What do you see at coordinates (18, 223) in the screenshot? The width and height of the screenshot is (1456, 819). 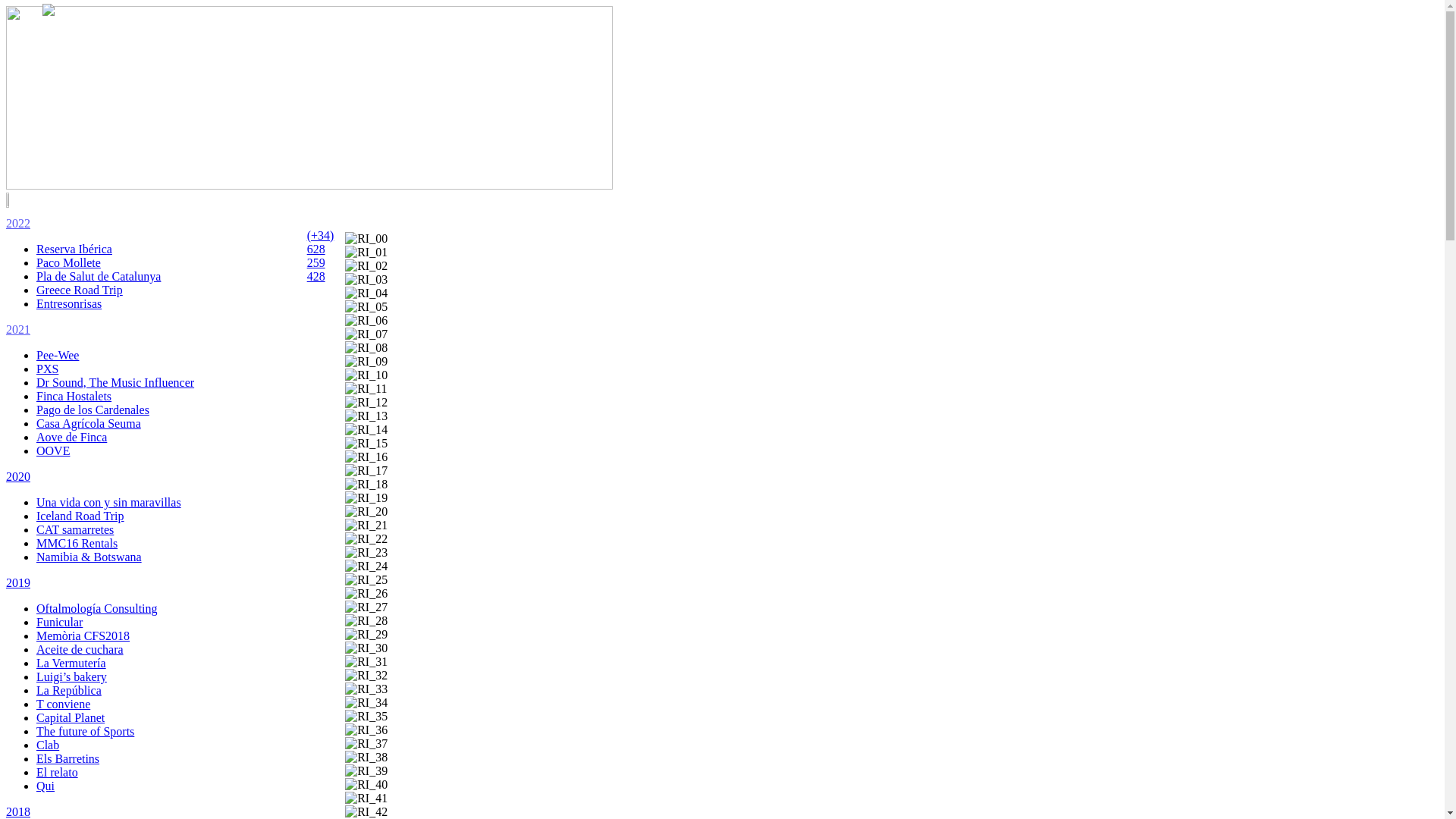 I see `'2022'` at bounding box center [18, 223].